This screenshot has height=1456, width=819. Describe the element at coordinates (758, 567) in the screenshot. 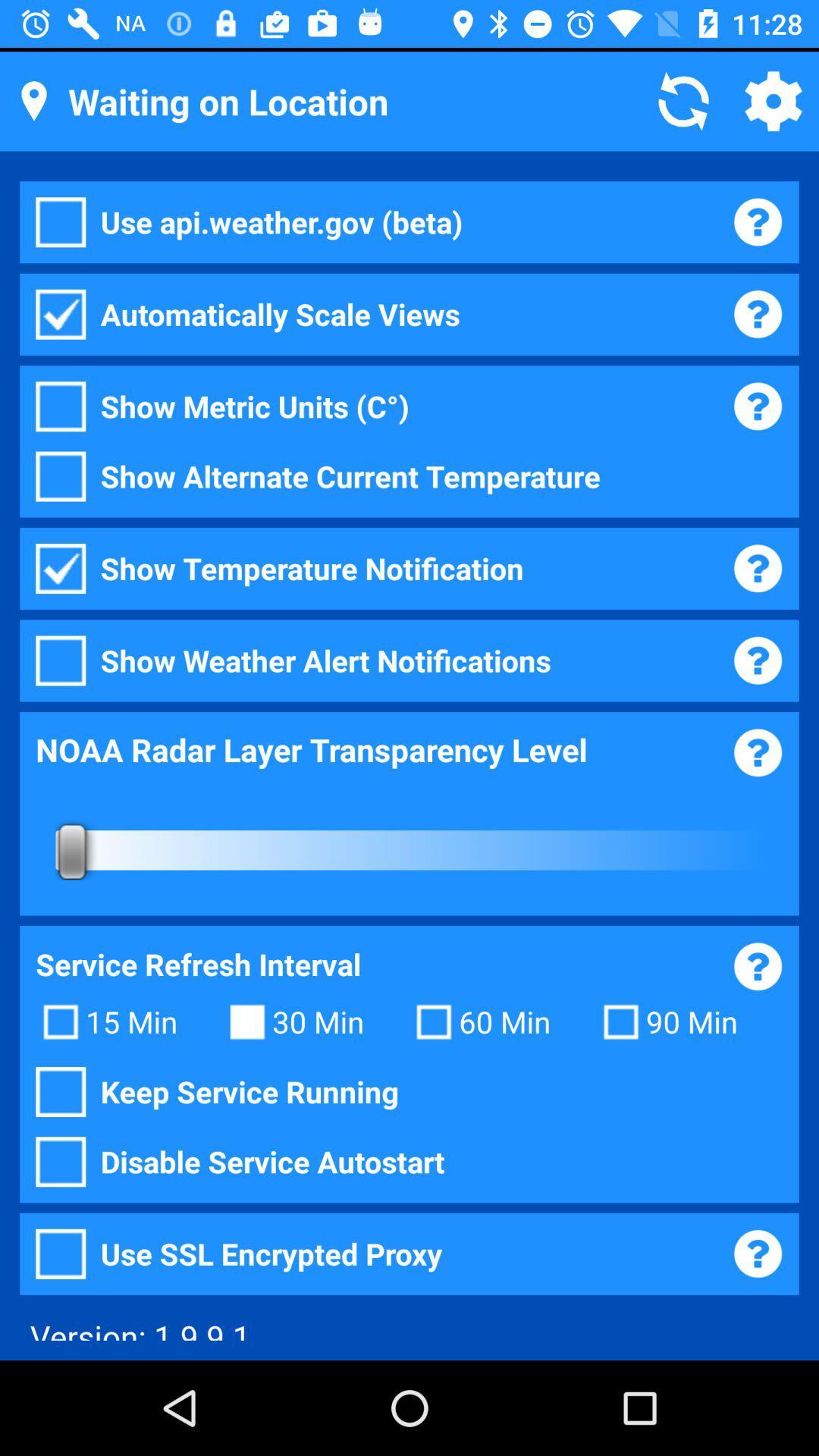

I see `the help icon` at that location.